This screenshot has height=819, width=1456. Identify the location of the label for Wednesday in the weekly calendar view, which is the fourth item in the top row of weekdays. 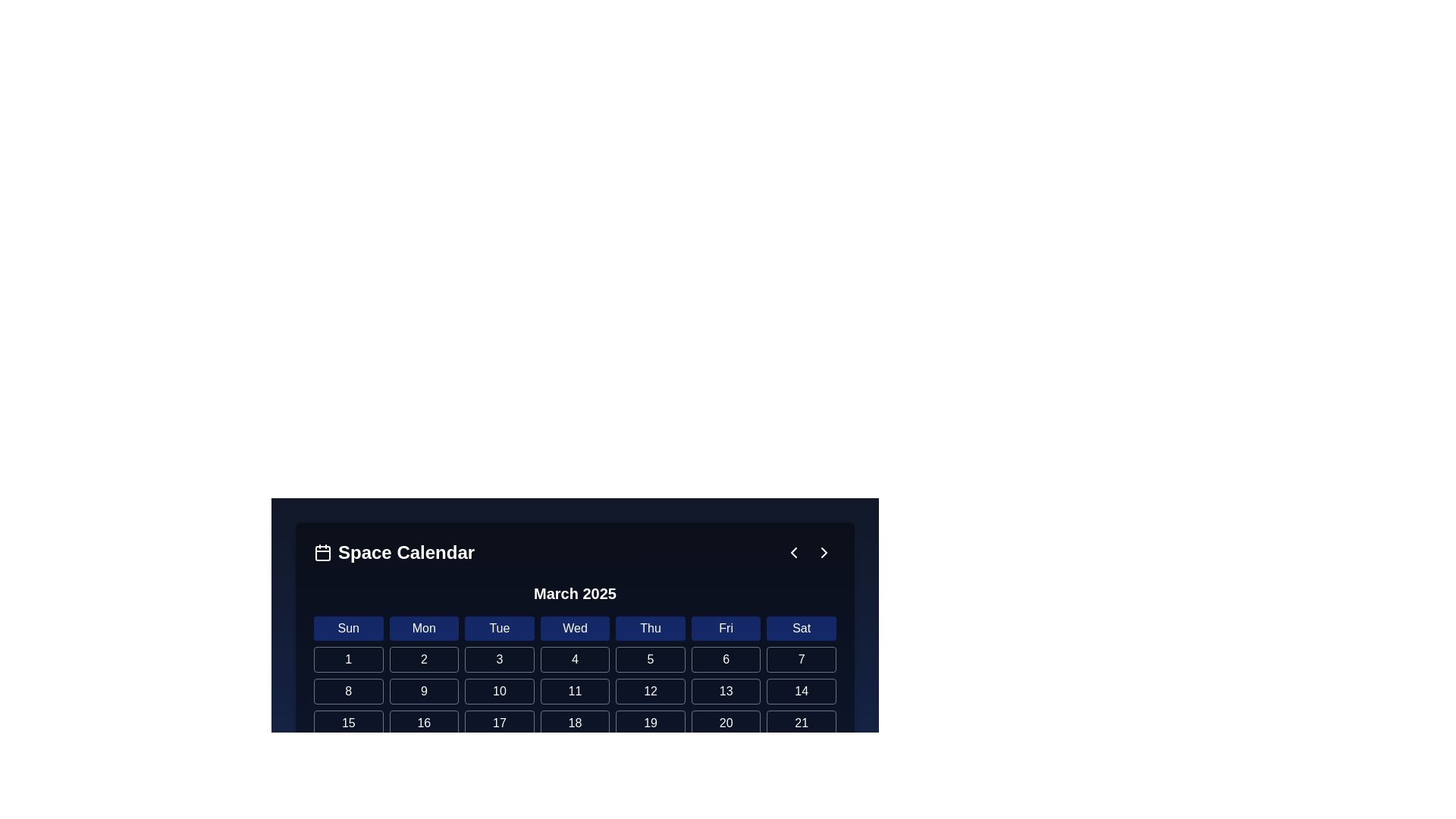
(574, 629).